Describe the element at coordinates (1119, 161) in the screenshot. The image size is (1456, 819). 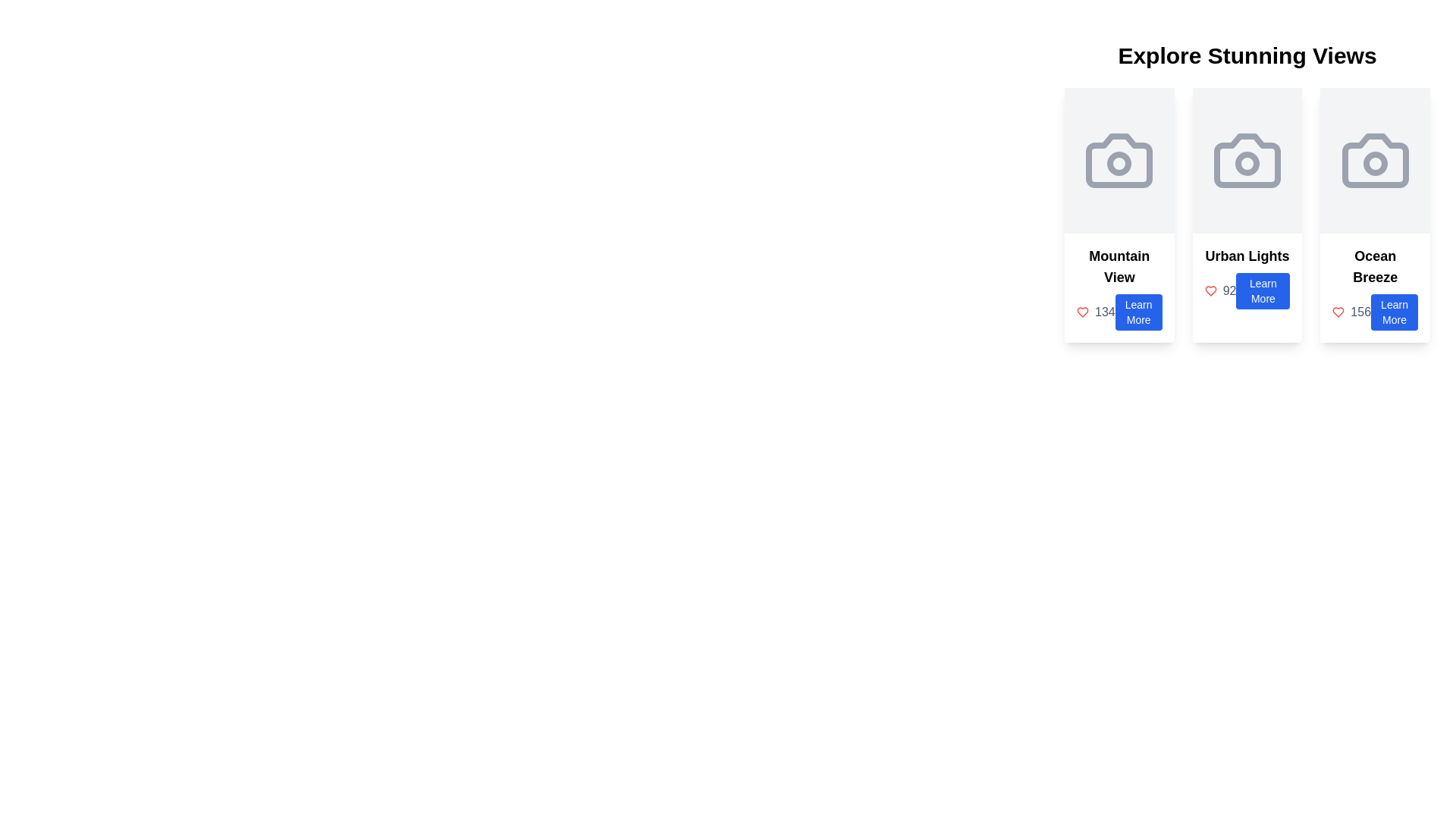
I see `the camera icon located at the top center of the 'Mountain View' card, which is the leftmost card in a series of three horizontally aligned cards` at that location.